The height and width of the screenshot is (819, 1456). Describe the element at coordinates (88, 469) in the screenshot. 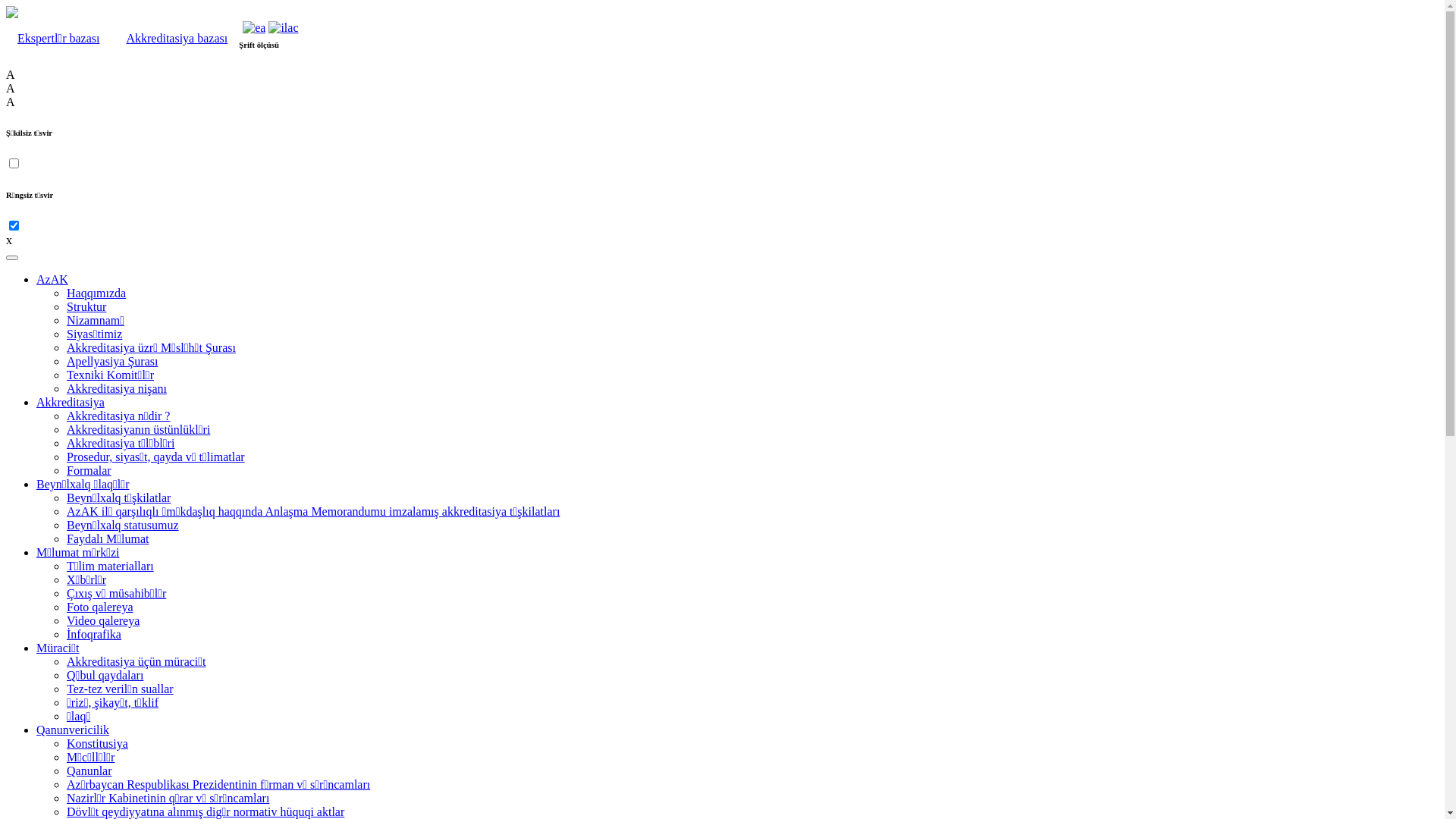

I see `'Formalar'` at that location.